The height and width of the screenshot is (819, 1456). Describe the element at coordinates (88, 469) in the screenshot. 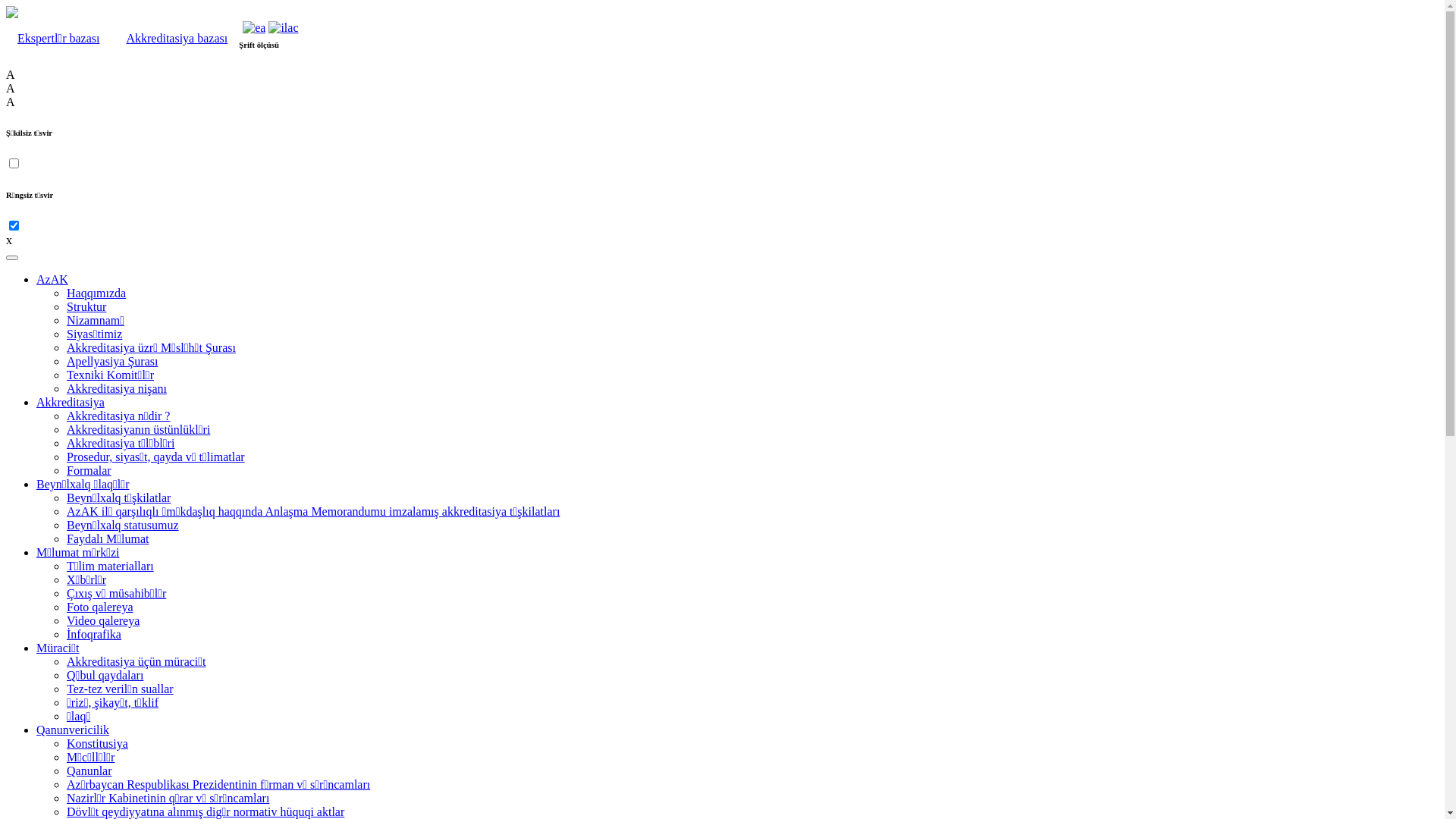

I see `'Formalar'` at that location.